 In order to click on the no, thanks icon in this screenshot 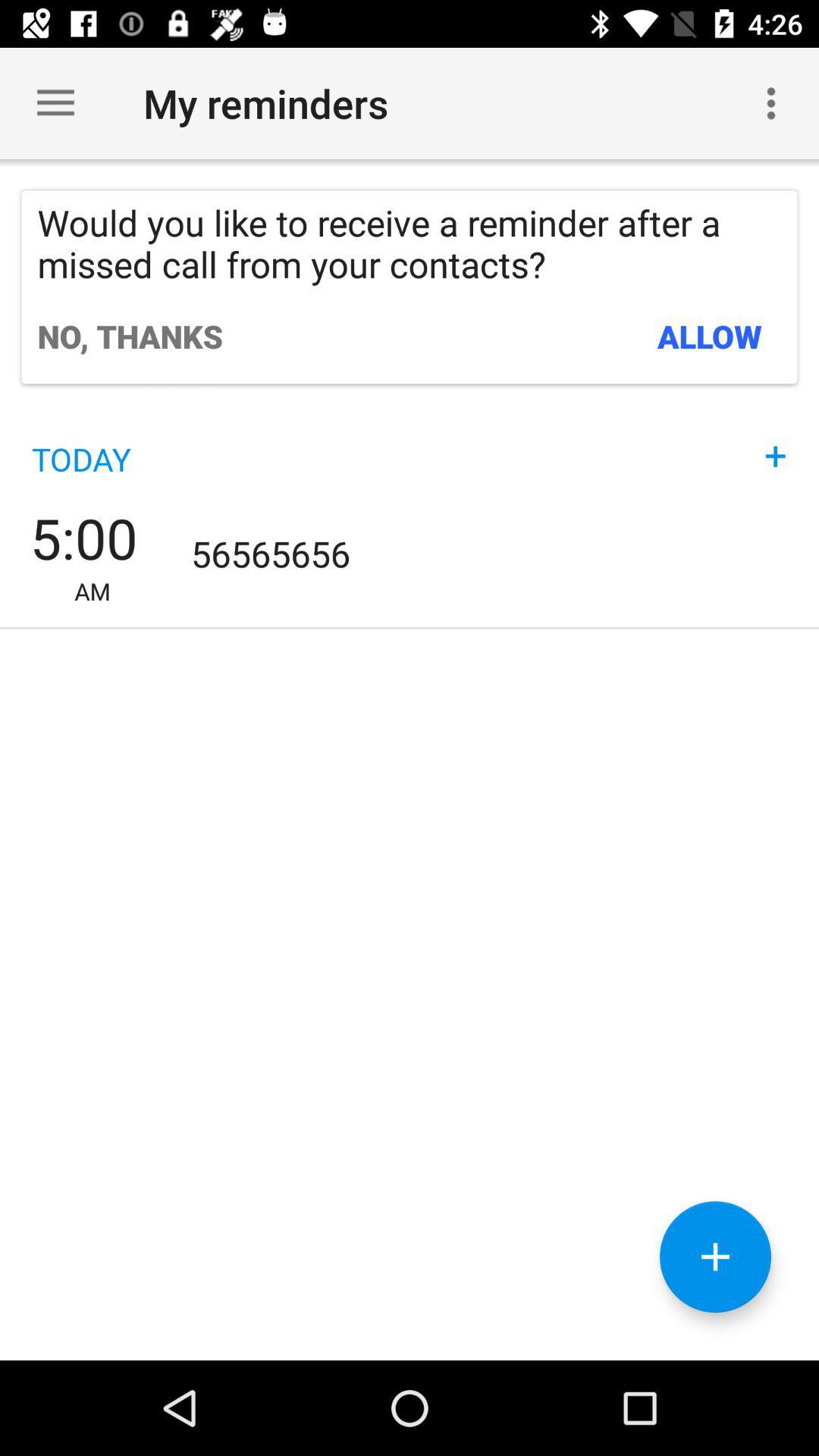, I will do `click(129, 335)`.